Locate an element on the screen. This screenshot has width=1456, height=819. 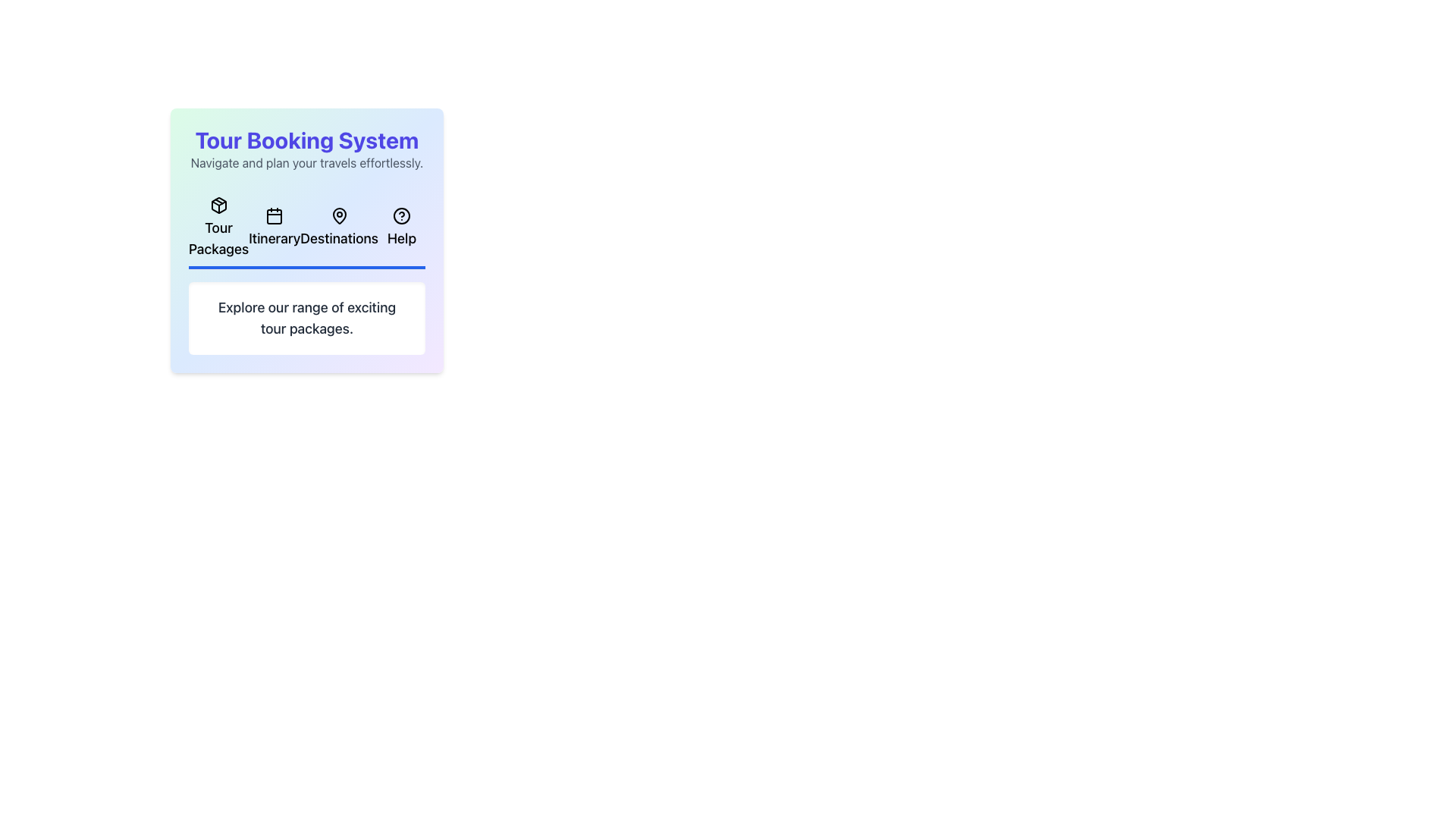
the prominent text label that provides an introduction or motivational message for exploring tour packages, located centrally below the navigation bar is located at coordinates (306, 318).